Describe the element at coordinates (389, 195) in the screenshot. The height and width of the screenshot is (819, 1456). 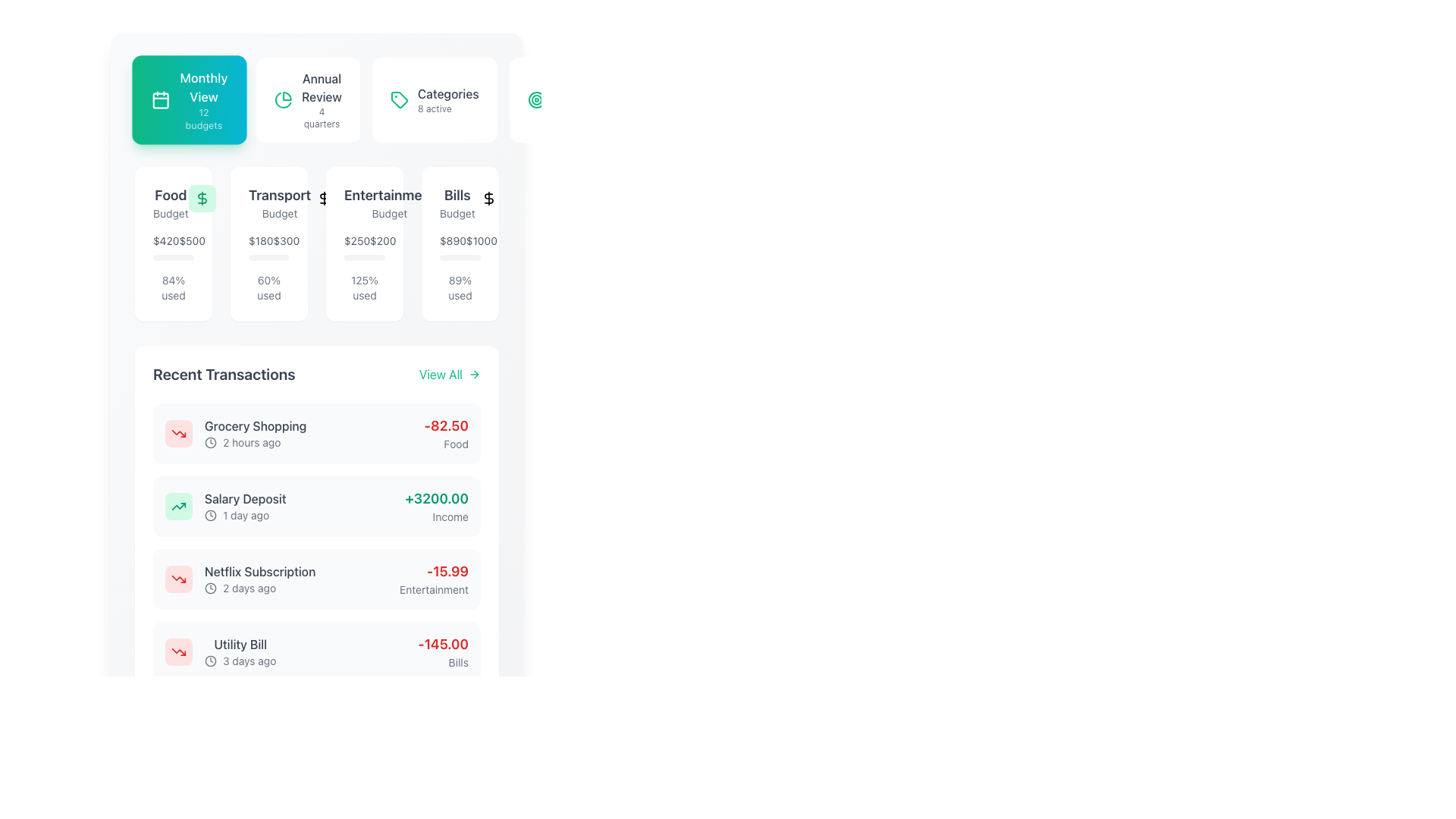
I see `the text label indicating the category 'Entertainment' located at the center top of the 'Entertainment Budget' card, which is the third card from the left in a row` at that location.